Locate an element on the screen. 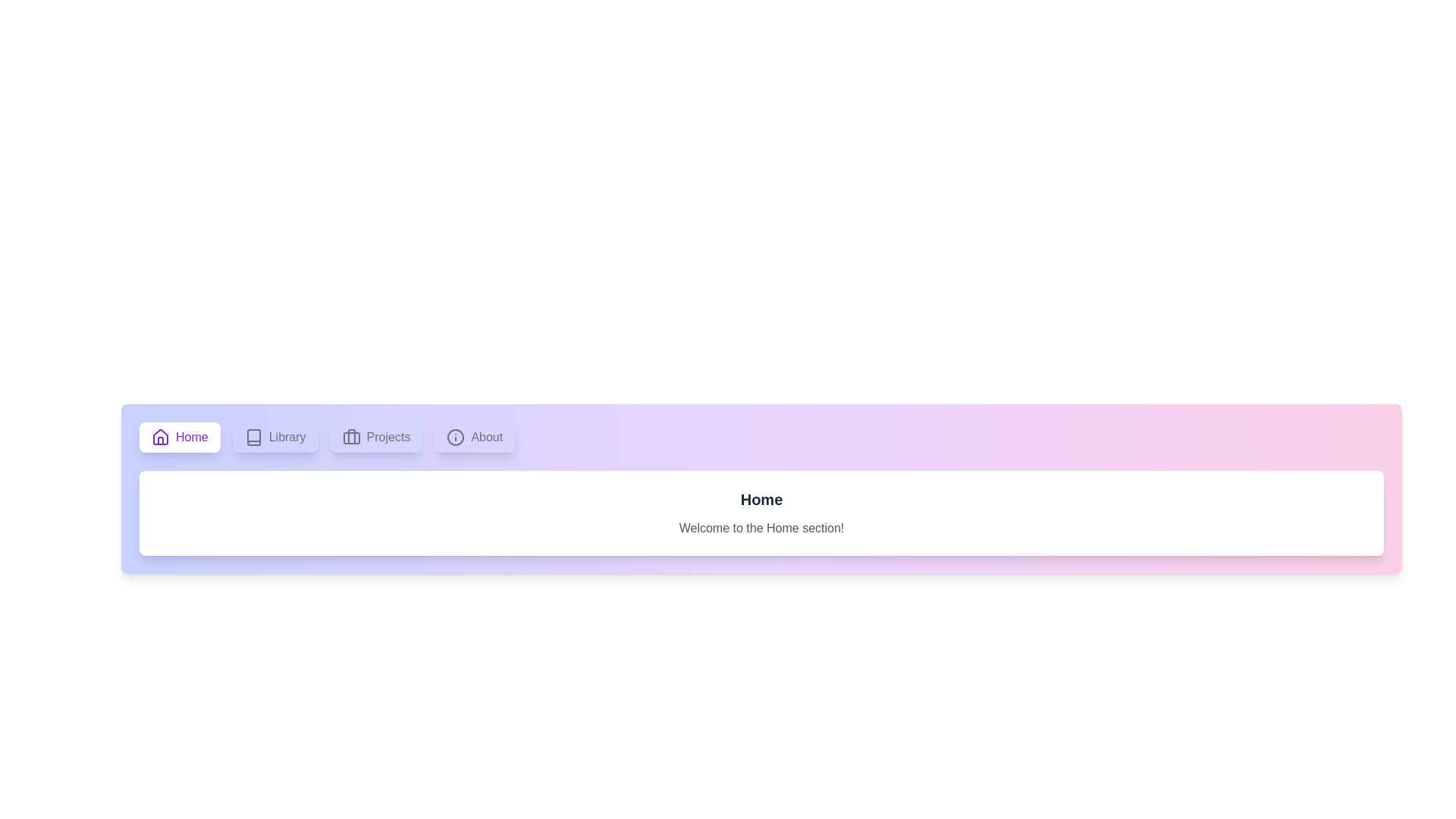 This screenshot has width=1456, height=819. the tab labeled Home is located at coordinates (179, 438).